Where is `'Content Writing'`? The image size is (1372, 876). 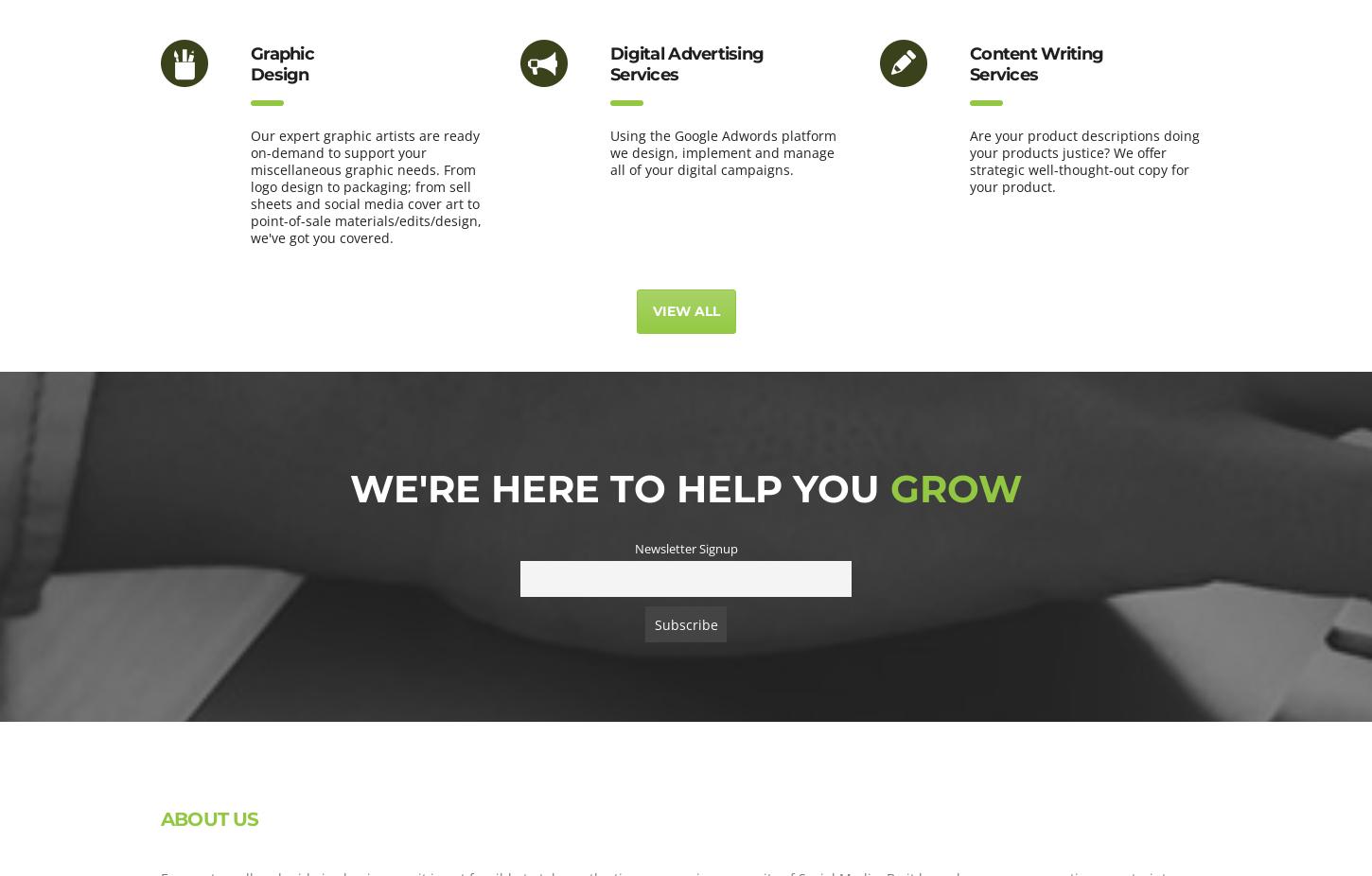 'Content Writing' is located at coordinates (970, 53).